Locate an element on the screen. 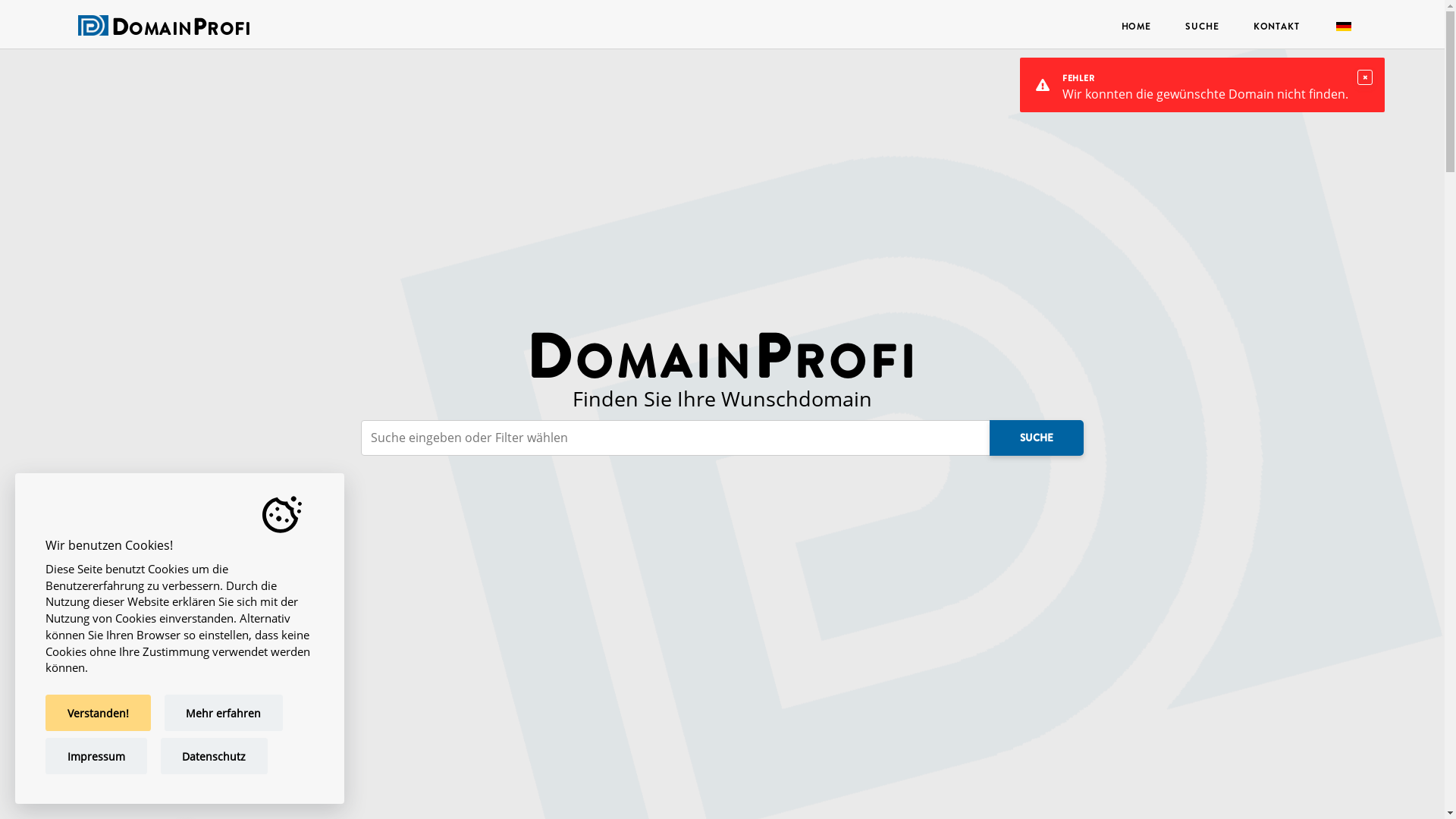 The width and height of the screenshot is (1456, 819). 'Verstanden!' is located at coordinates (45, 713).